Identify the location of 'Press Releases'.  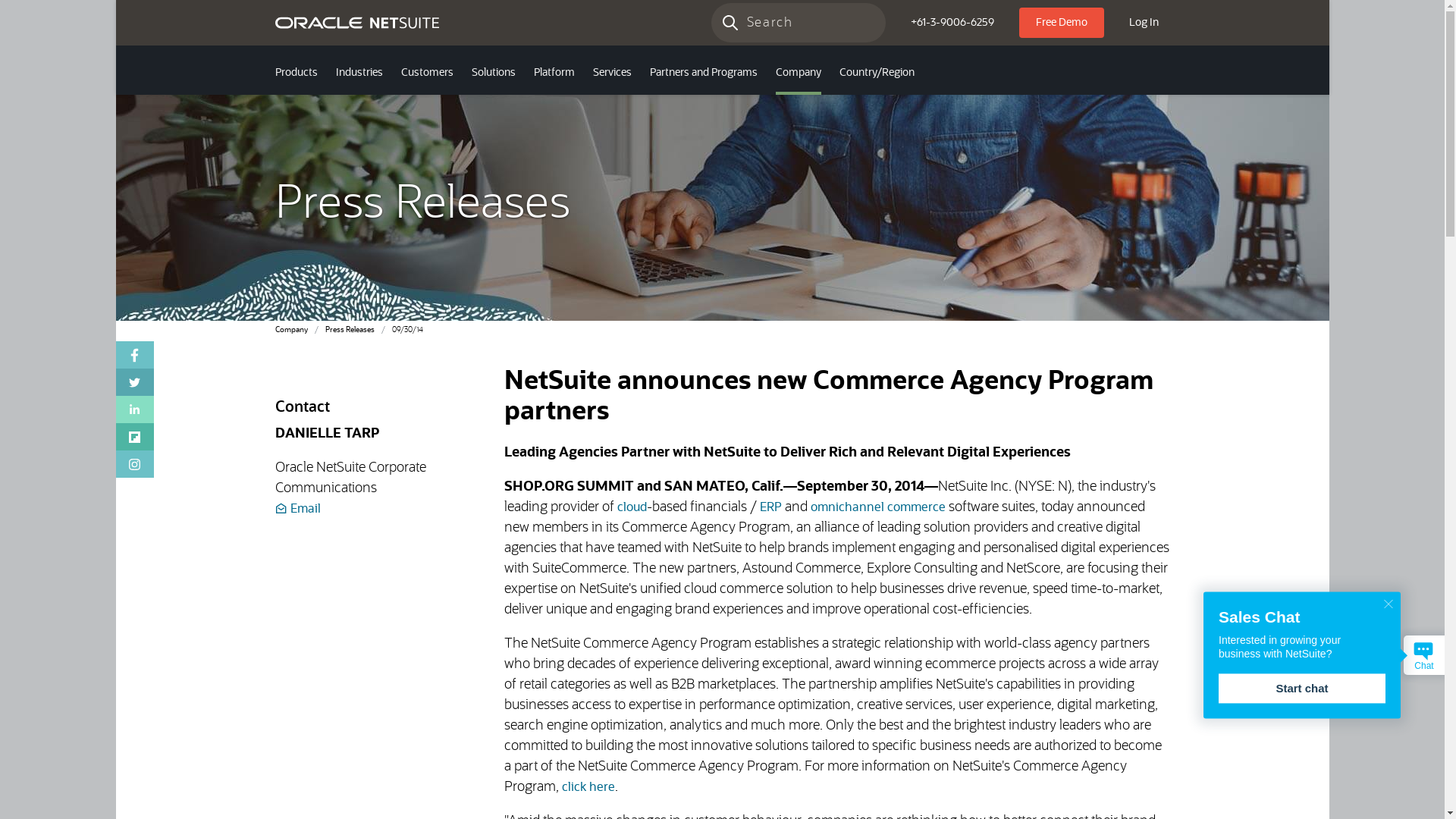
(348, 329).